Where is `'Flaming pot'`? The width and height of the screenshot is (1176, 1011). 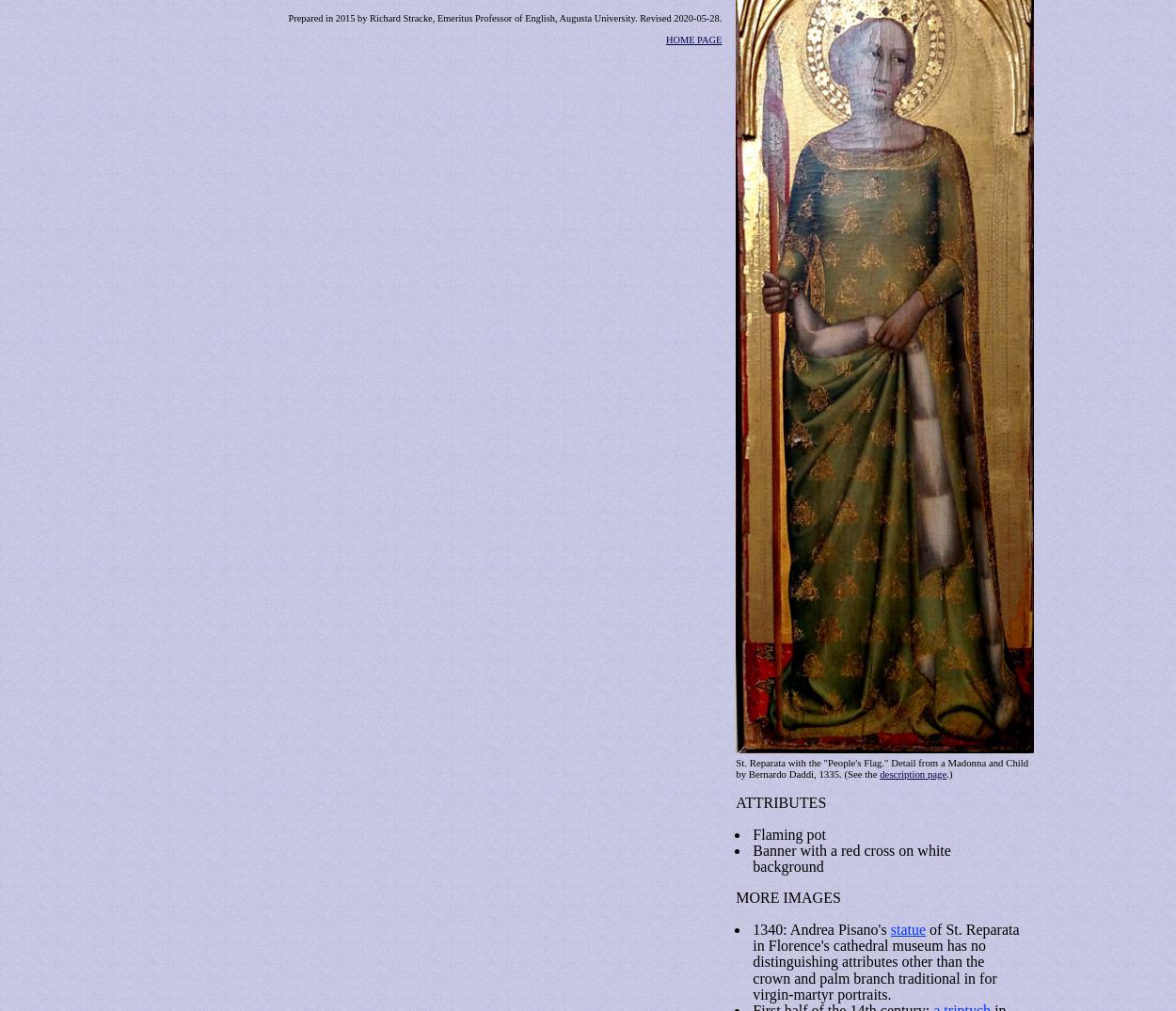
'Flaming pot' is located at coordinates (788, 832).